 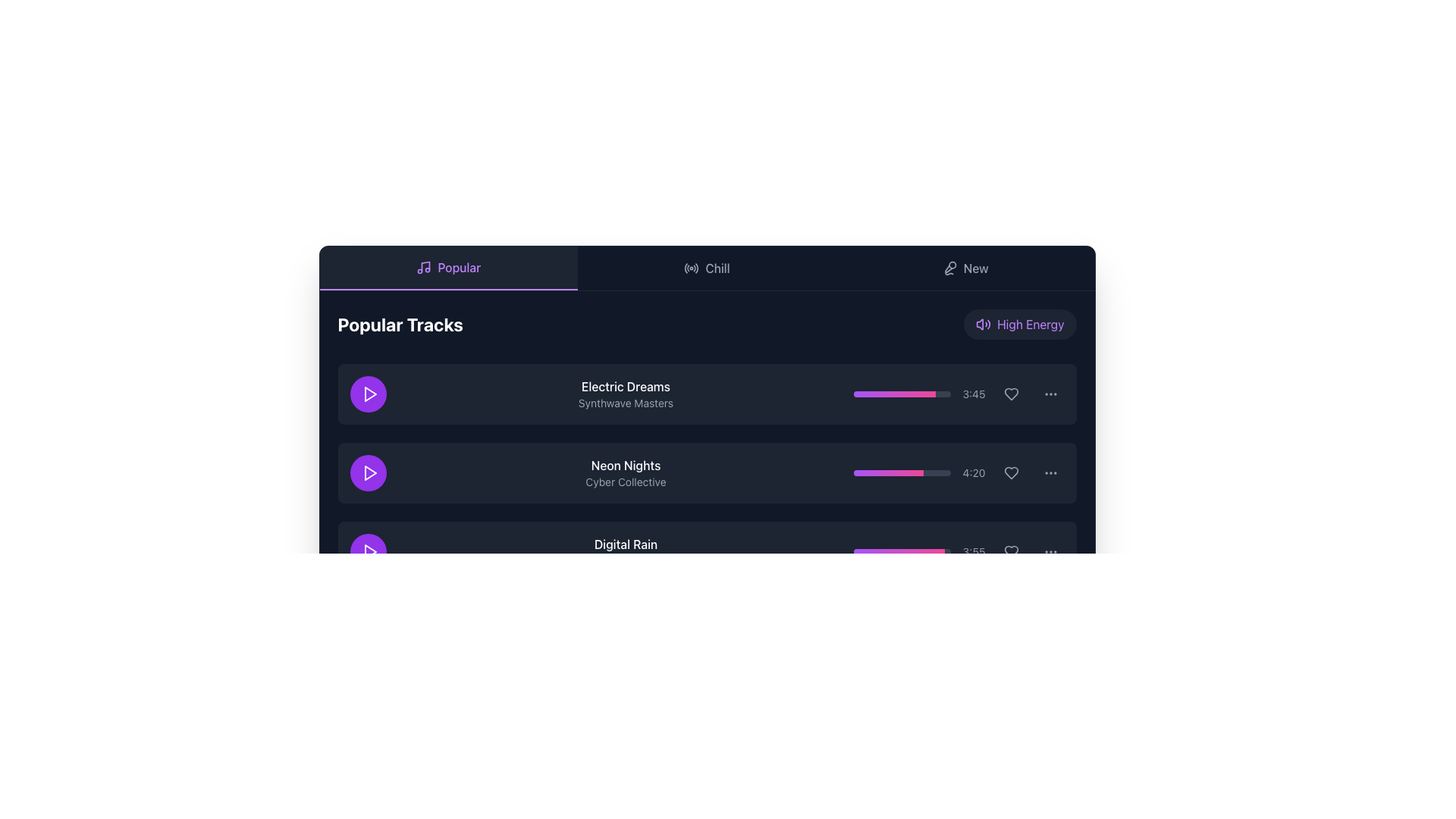 I want to click on the text label displaying 'Neon Nights', so click(x=626, y=464).